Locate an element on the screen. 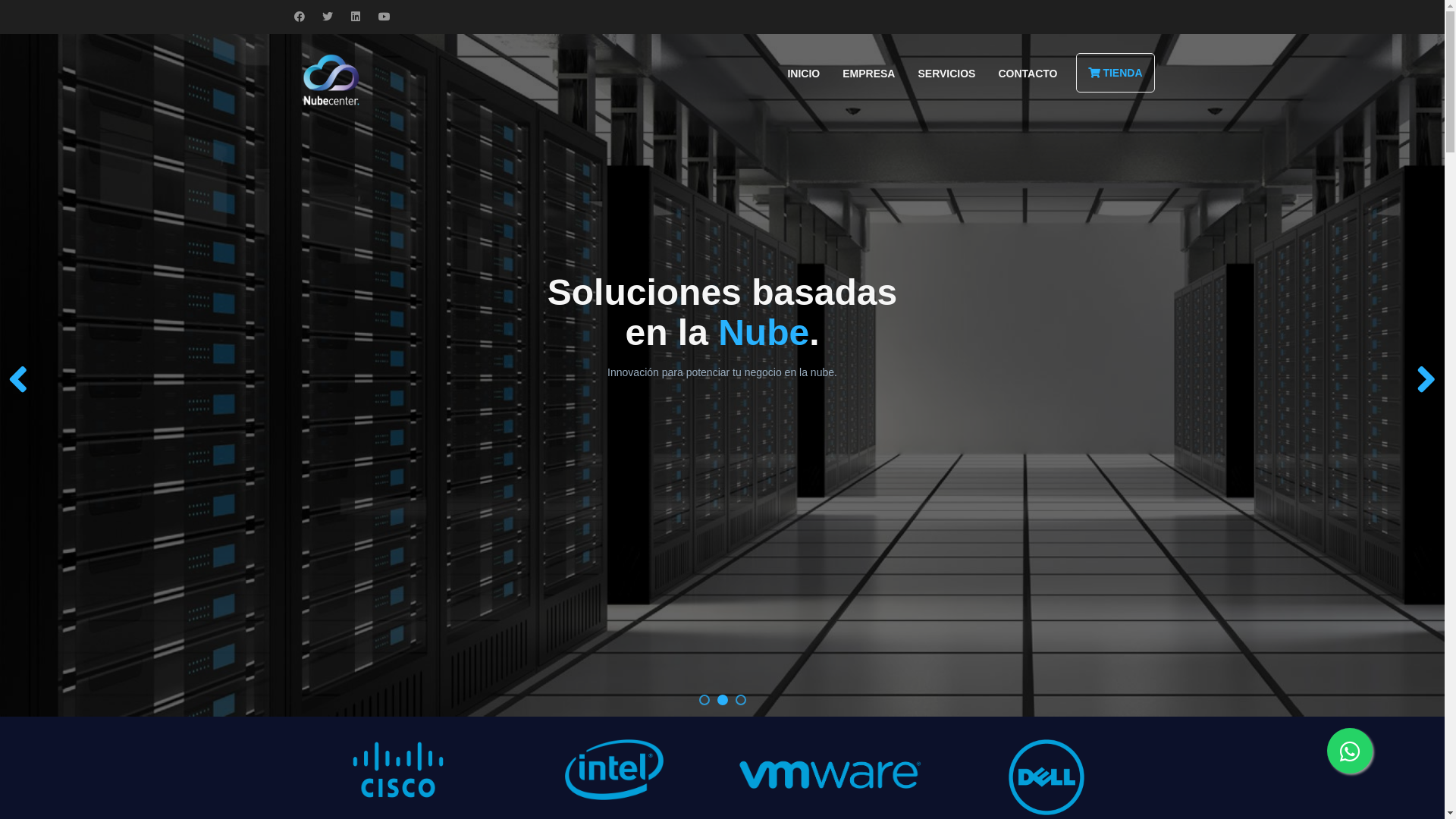 The width and height of the screenshot is (1456, 819). 'TIENDA' is located at coordinates (1114, 73).